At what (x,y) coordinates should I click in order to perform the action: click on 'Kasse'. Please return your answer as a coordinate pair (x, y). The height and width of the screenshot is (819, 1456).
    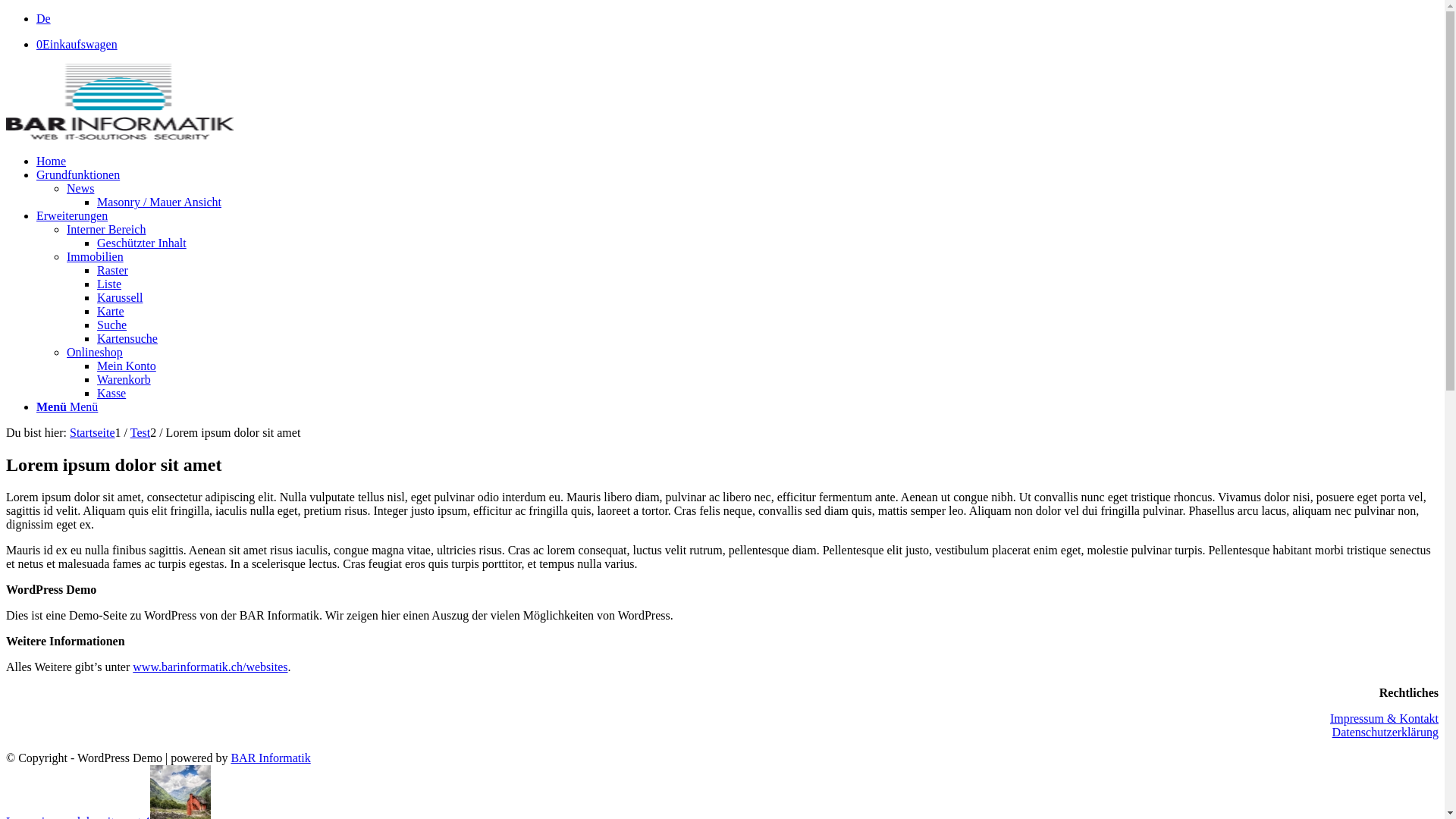
    Looking at the image, I should click on (111, 392).